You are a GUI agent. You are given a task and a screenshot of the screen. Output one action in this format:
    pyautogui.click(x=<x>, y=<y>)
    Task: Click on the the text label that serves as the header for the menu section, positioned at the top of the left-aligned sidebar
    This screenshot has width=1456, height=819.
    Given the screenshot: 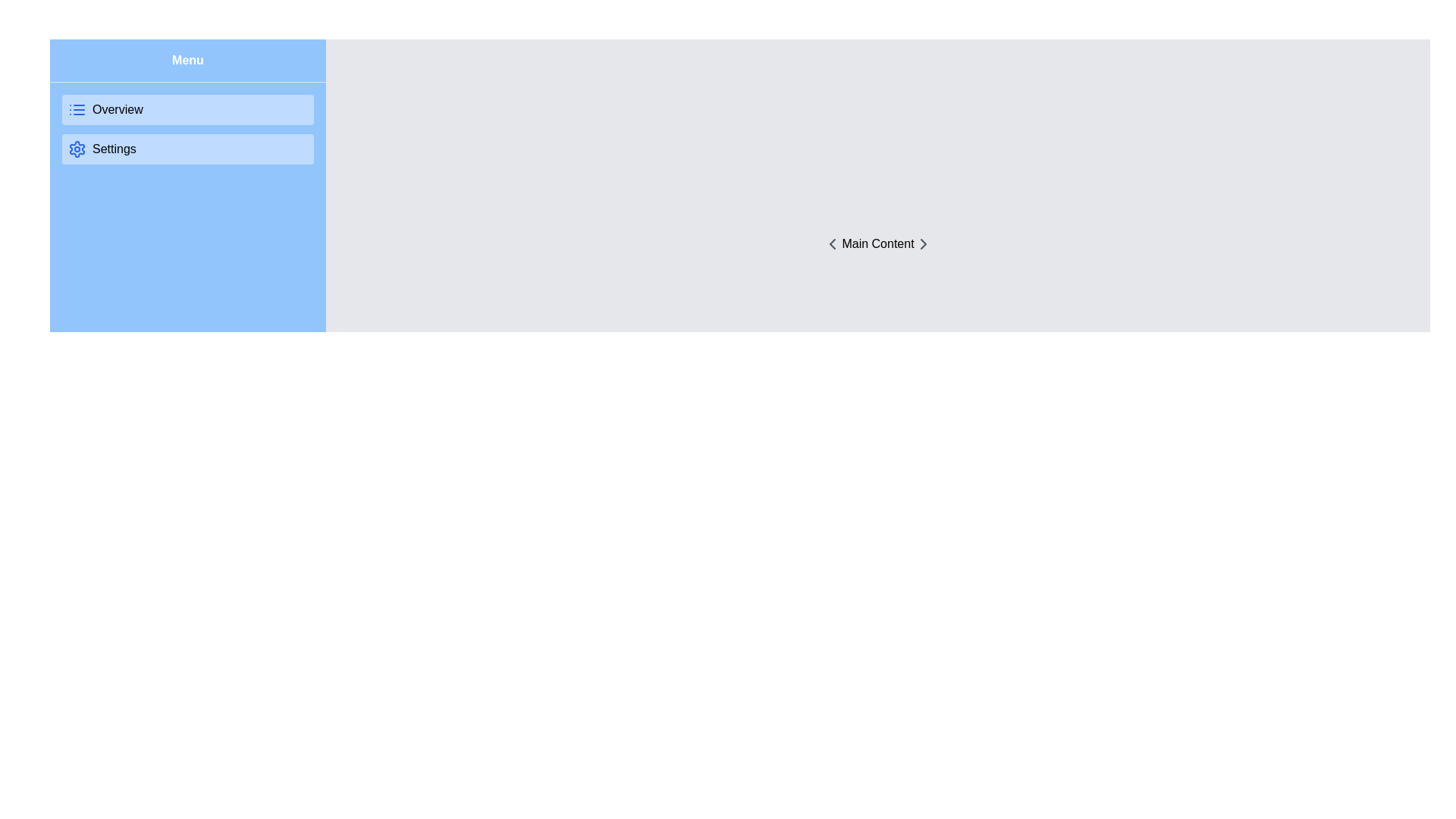 What is the action you would take?
    pyautogui.click(x=187, y=60)
    